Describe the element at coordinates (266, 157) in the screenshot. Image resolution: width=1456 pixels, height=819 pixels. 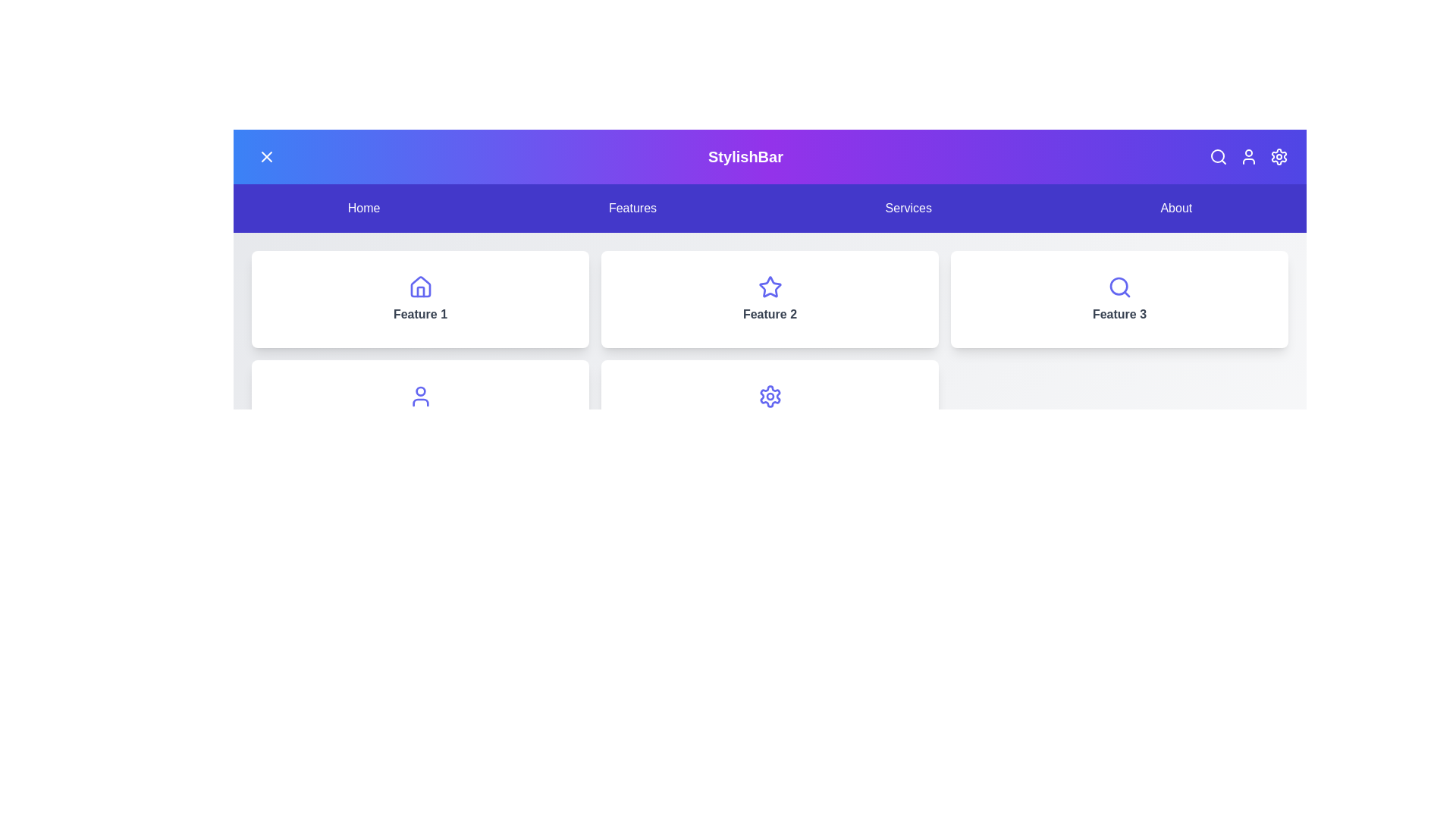
I see `button with the 'X' icon to toggle the menu visibility` at that location.